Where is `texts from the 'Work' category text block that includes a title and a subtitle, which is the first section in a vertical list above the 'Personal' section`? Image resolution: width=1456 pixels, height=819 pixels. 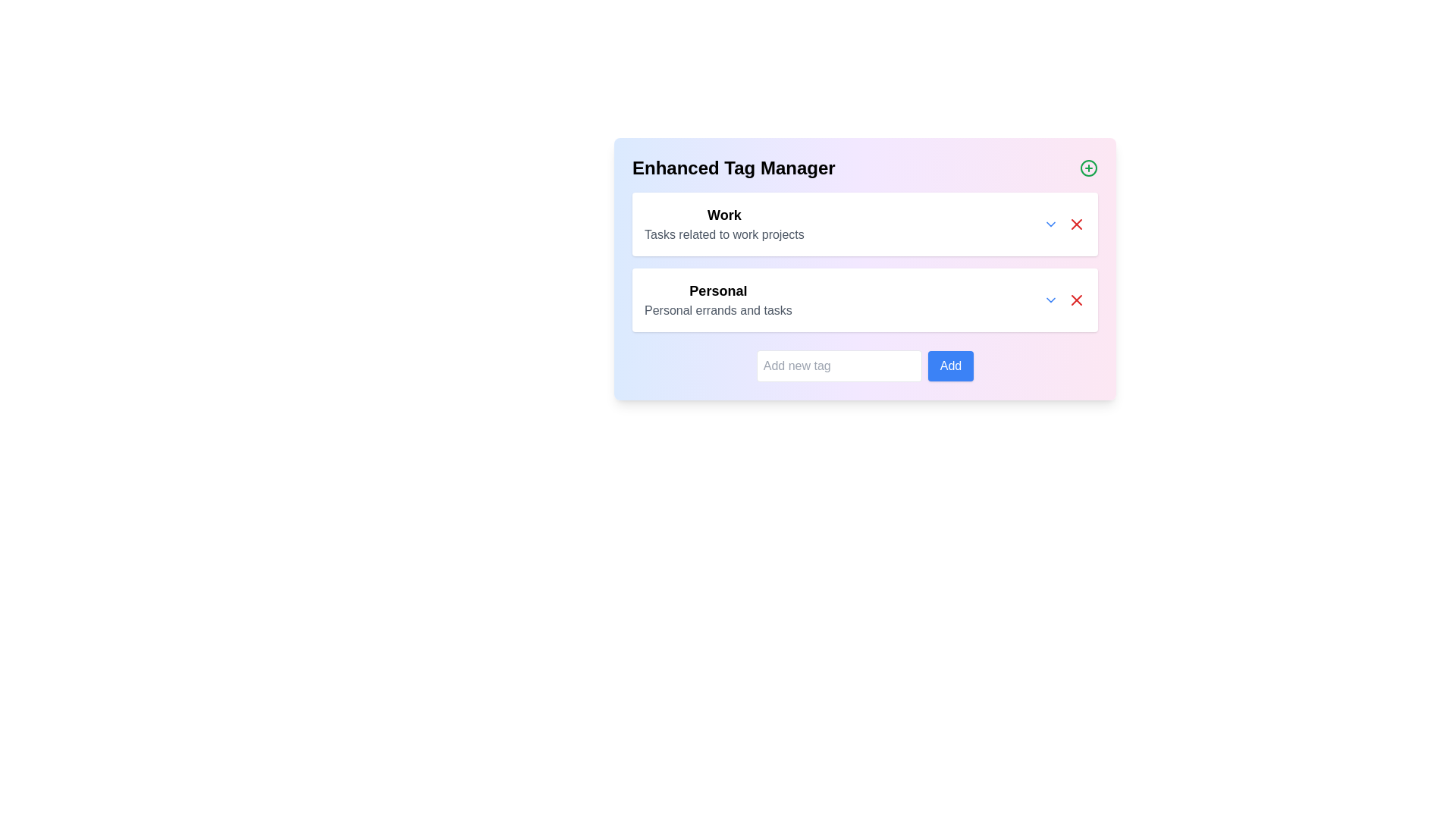
texts from the 'Work' category text block that includes a title and a subtitle, which is the first section in a vertical list above the 'Personal' section is located at coordinates (723, 224).